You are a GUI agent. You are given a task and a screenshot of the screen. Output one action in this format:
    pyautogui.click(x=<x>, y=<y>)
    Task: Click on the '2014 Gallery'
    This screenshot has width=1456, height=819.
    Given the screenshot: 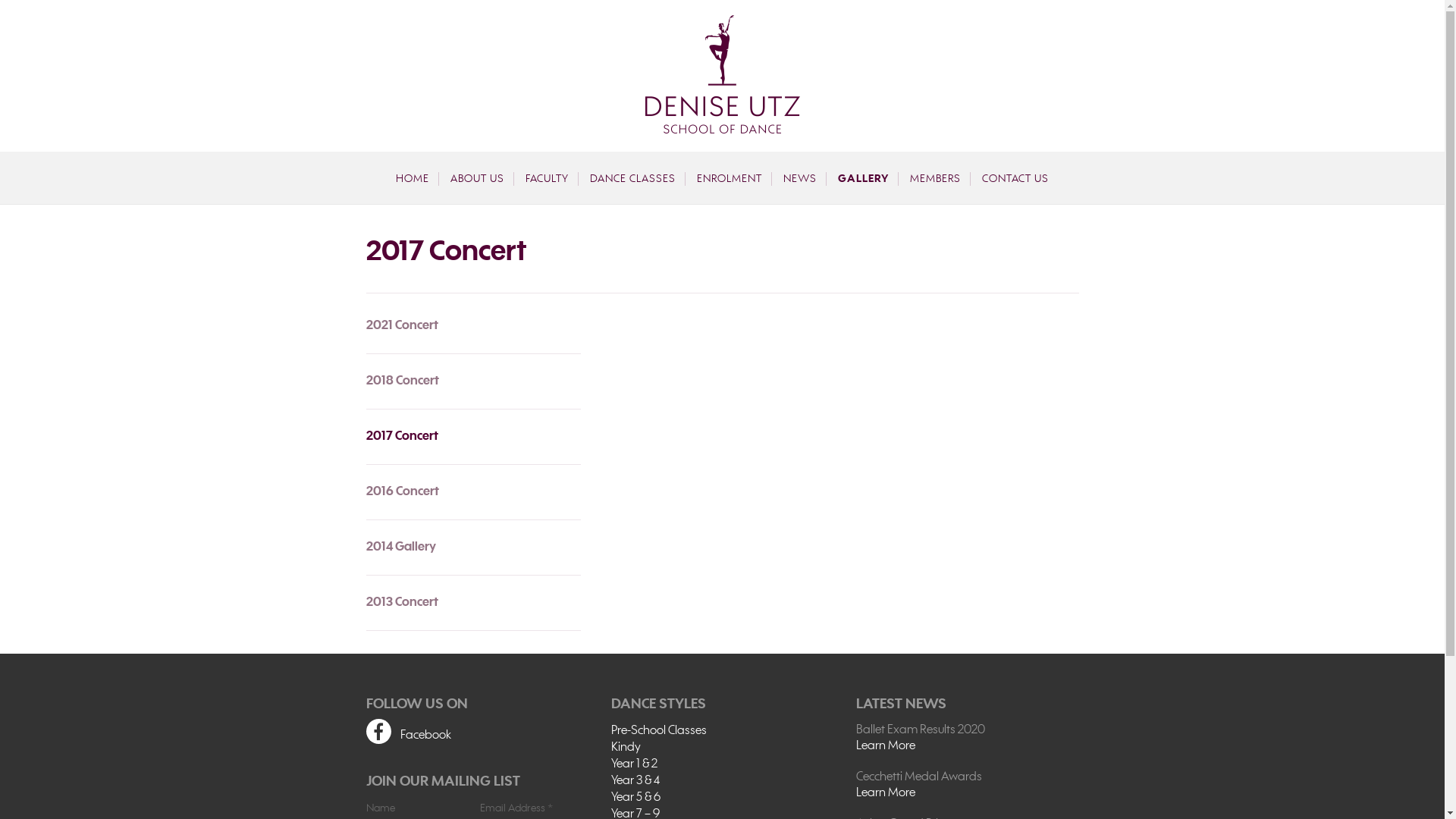 What is the action you would take?
    pyautogui.click(x=472, y=547)
    